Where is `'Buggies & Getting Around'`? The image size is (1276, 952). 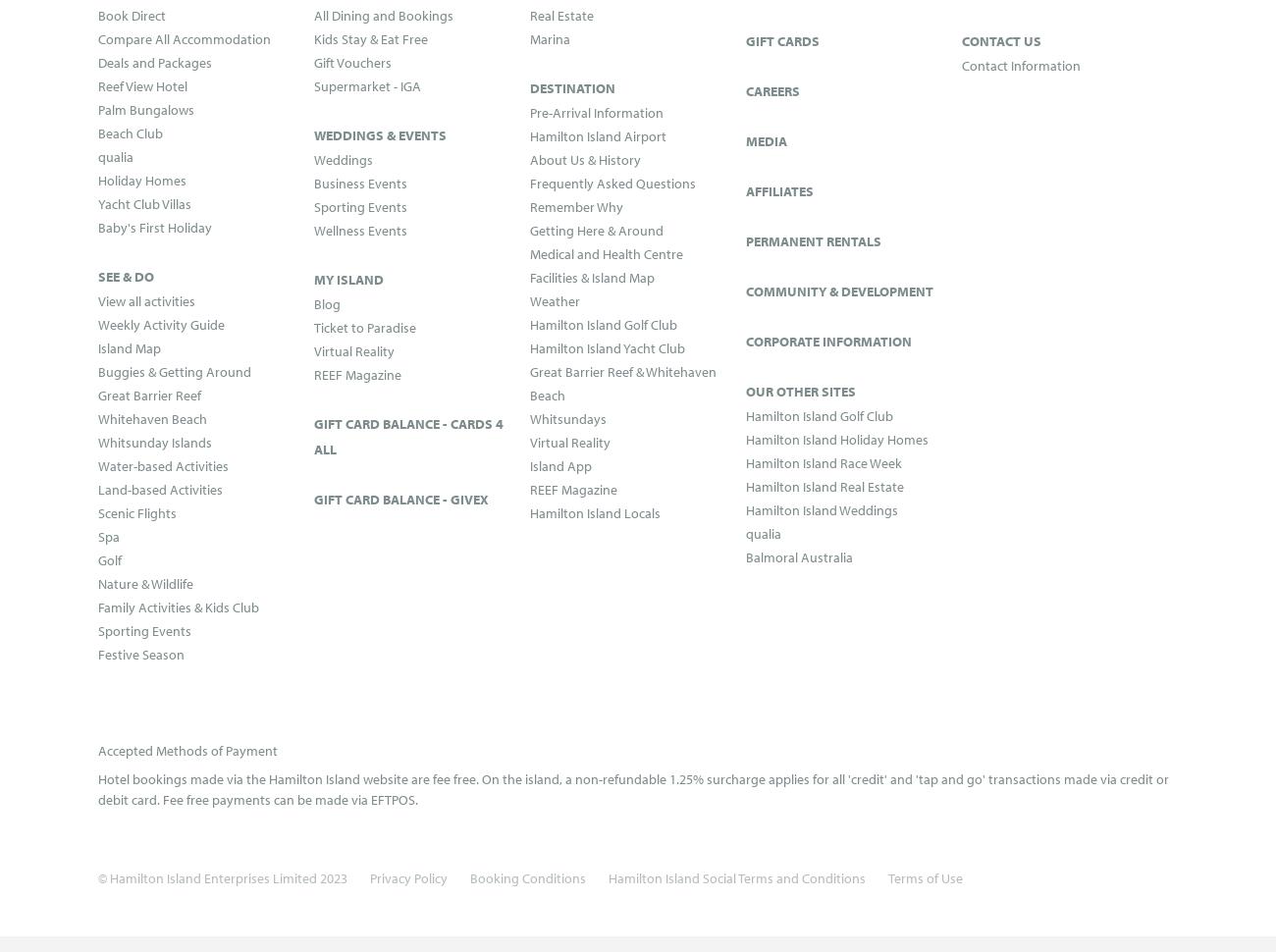 'Buggies & Getting Around' is located at coordinates (174, 370).